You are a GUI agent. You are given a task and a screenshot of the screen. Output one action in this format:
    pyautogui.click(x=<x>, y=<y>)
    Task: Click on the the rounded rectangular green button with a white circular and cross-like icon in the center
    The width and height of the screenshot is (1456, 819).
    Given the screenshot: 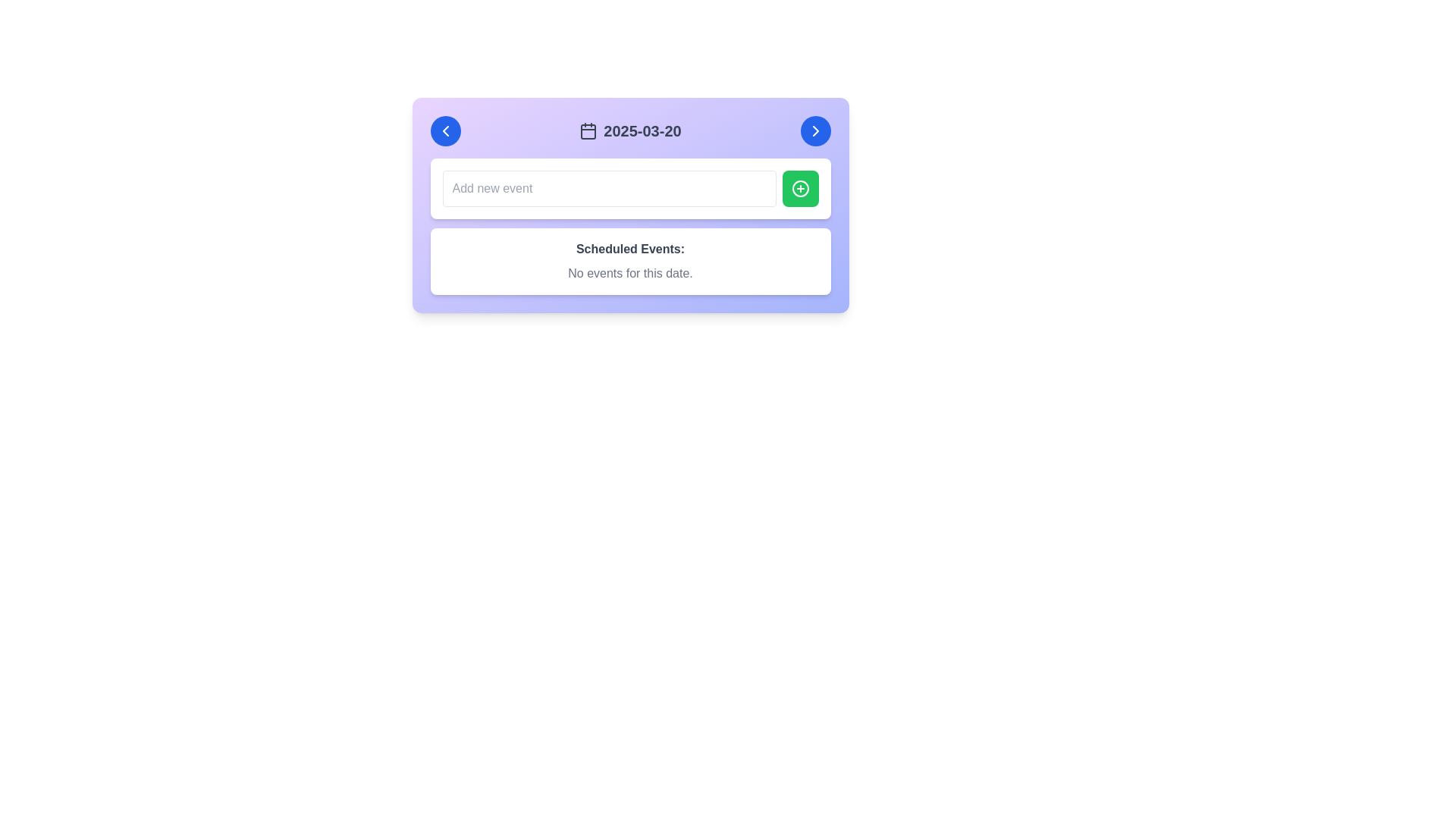 What is the action you would take?
    pyautogui.click(x=799, y=188)
    